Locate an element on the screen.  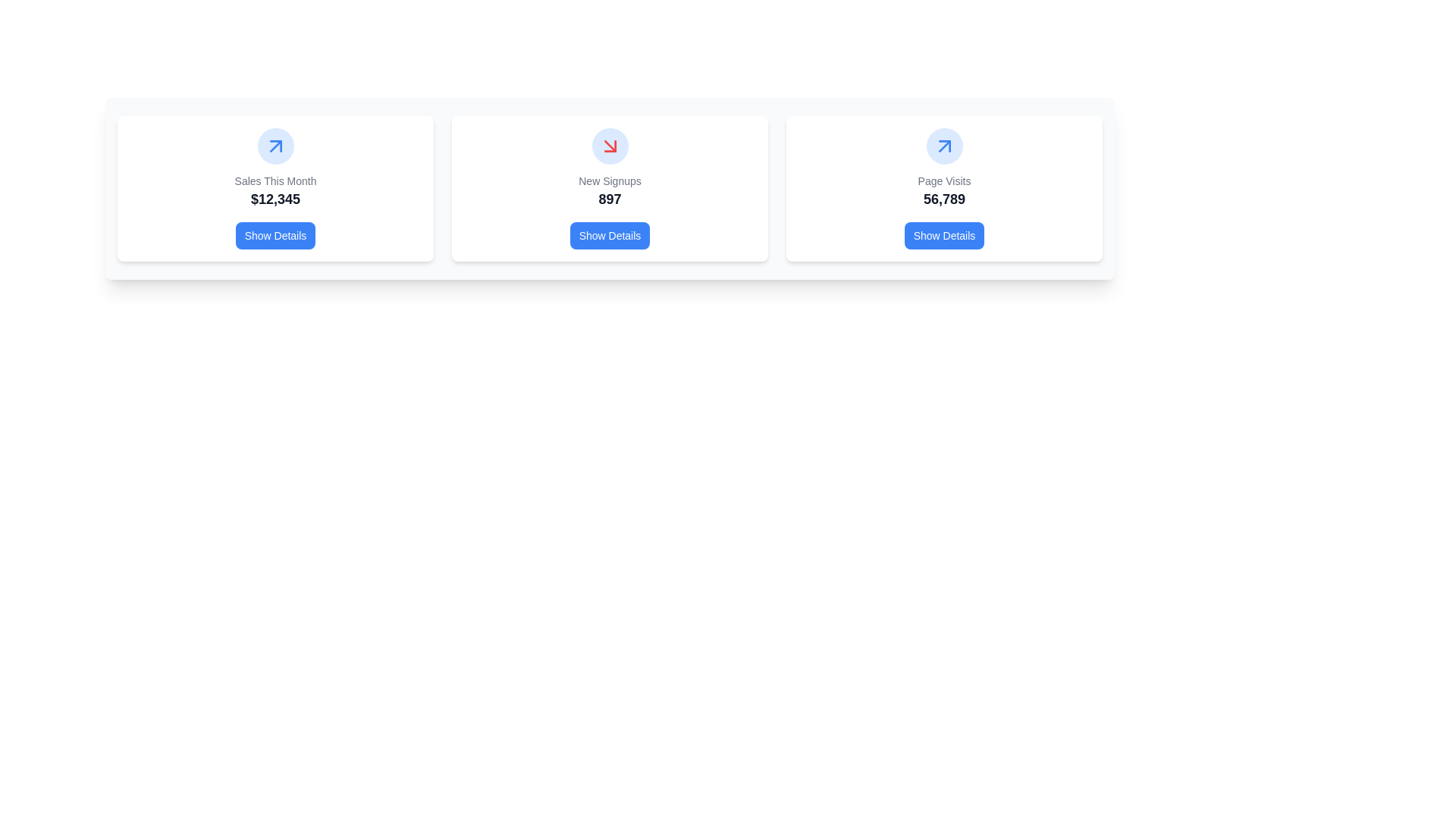
the display-only text showing the numerical metric for the 'Page Visits' section, which is located within the 'Page Visits' card, centered under the 'Page Visits' label and above the 'Show Details' button is located at coordinates (943, 198).